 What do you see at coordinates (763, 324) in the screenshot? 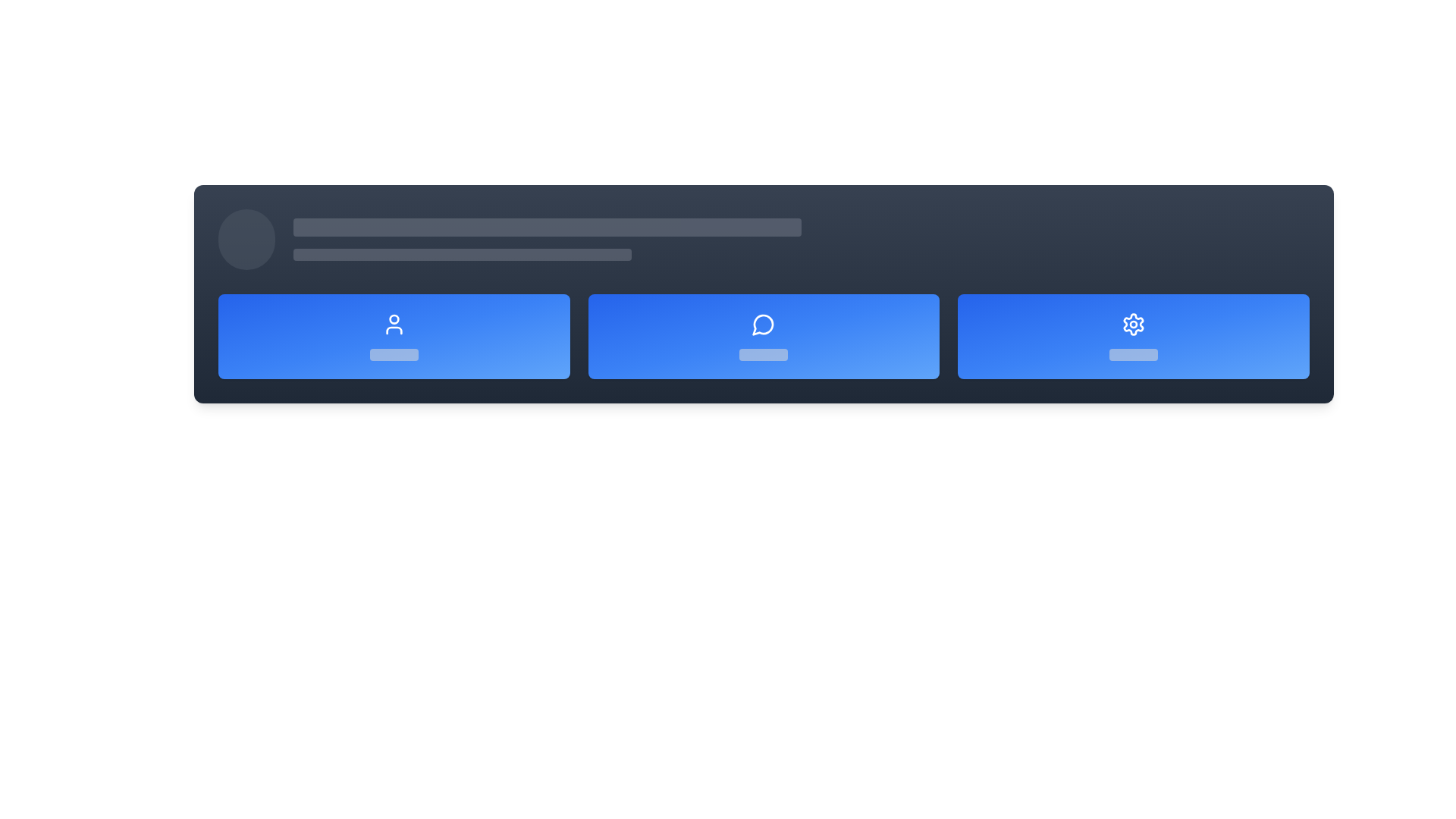
I see `the speech bubble icon which is centrally located inside the second blue button from the left in a row of three buttons` at bounding box center [763, 324].